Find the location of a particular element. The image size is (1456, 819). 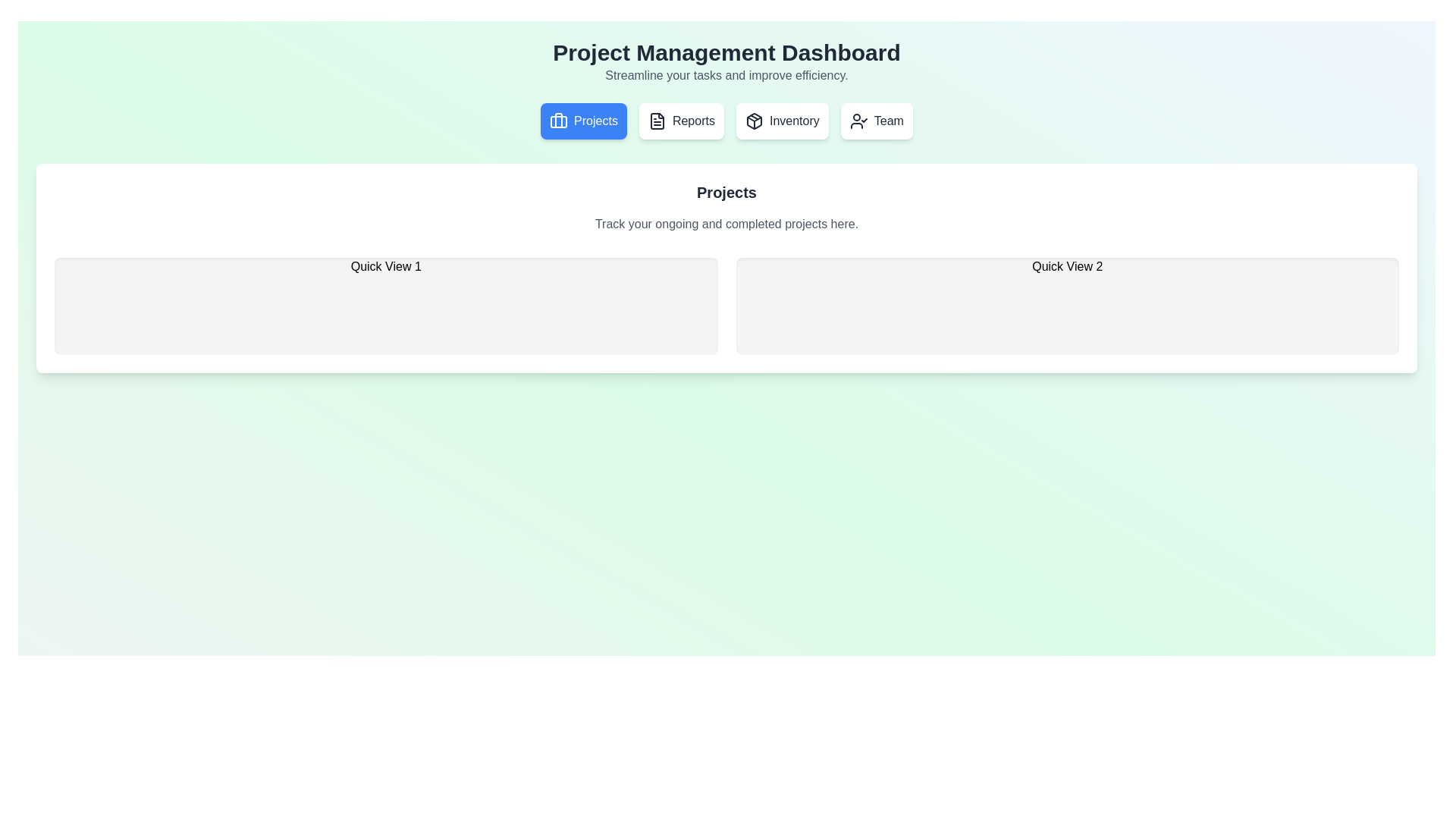

the 'Projects' button in the navigation bar is located at coordinates (595, 120).